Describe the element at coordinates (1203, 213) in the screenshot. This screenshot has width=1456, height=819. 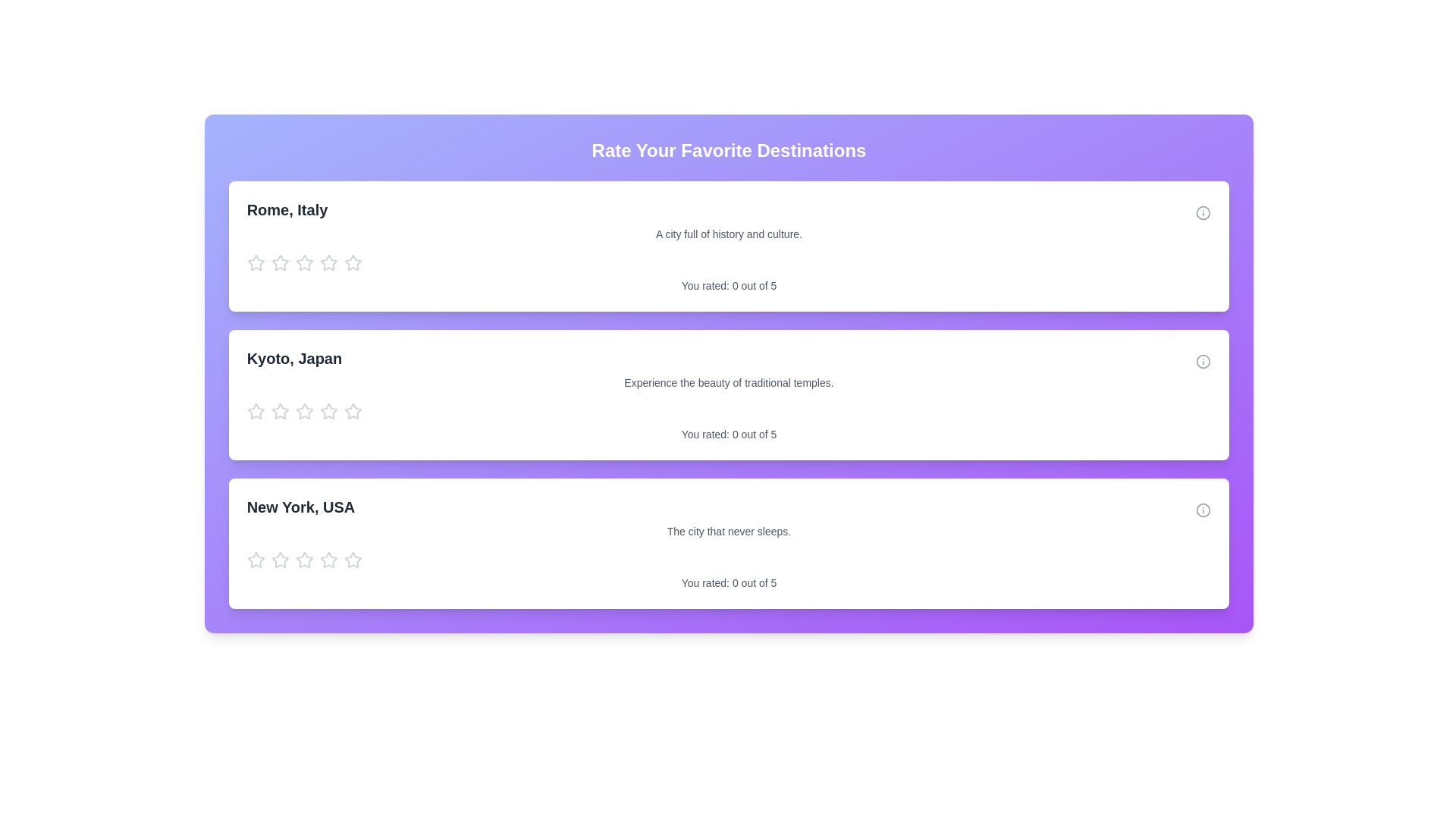
I see `the information icon located to the far right of the title 'Rome, Italy'` at that location.